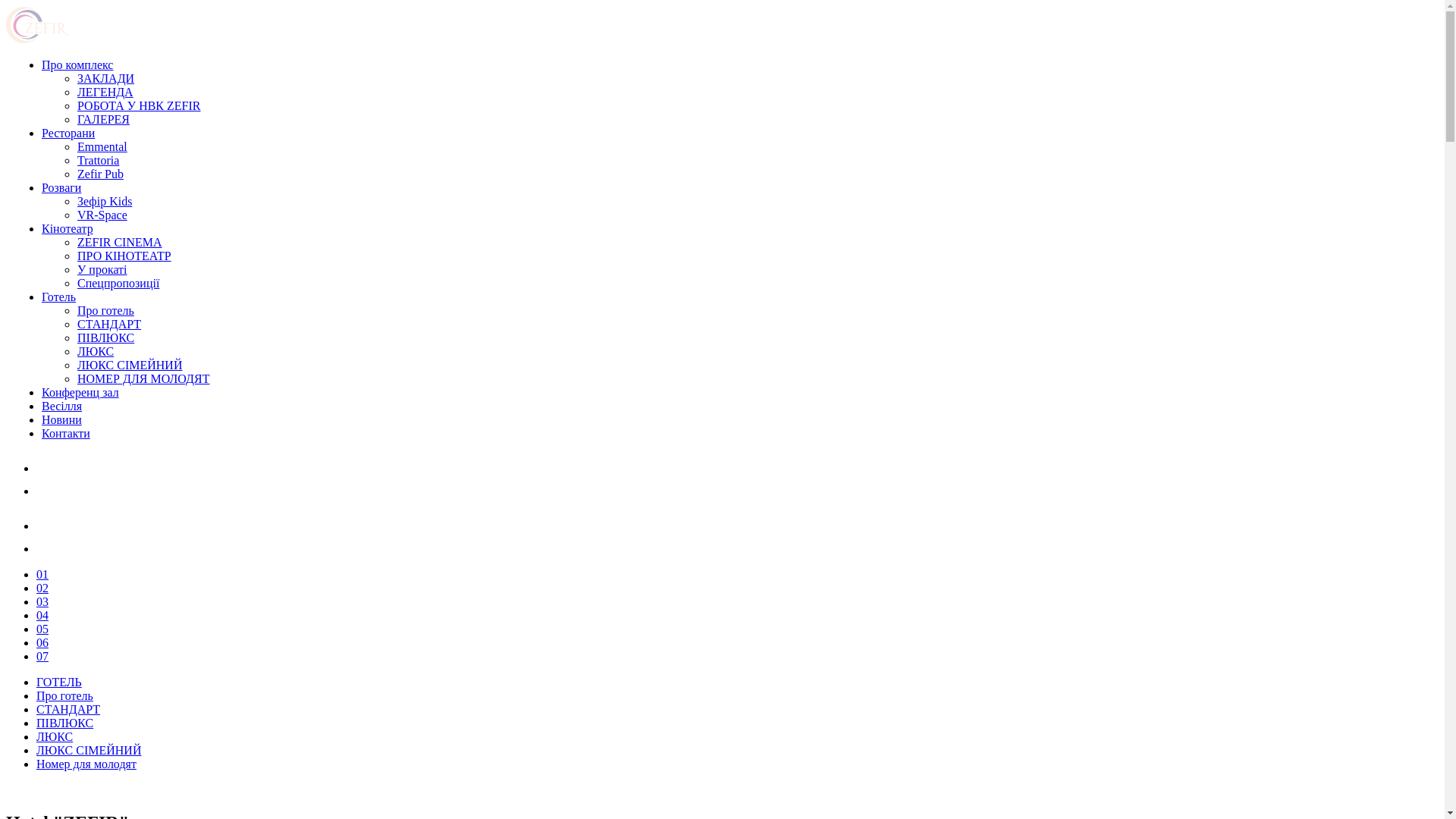 Image resolution: width=1456 pixels, height=819 pixels. What do you see at coordinates (42, 587) in the screenshot?
I see `'02'` at bounding box center [42, 587].